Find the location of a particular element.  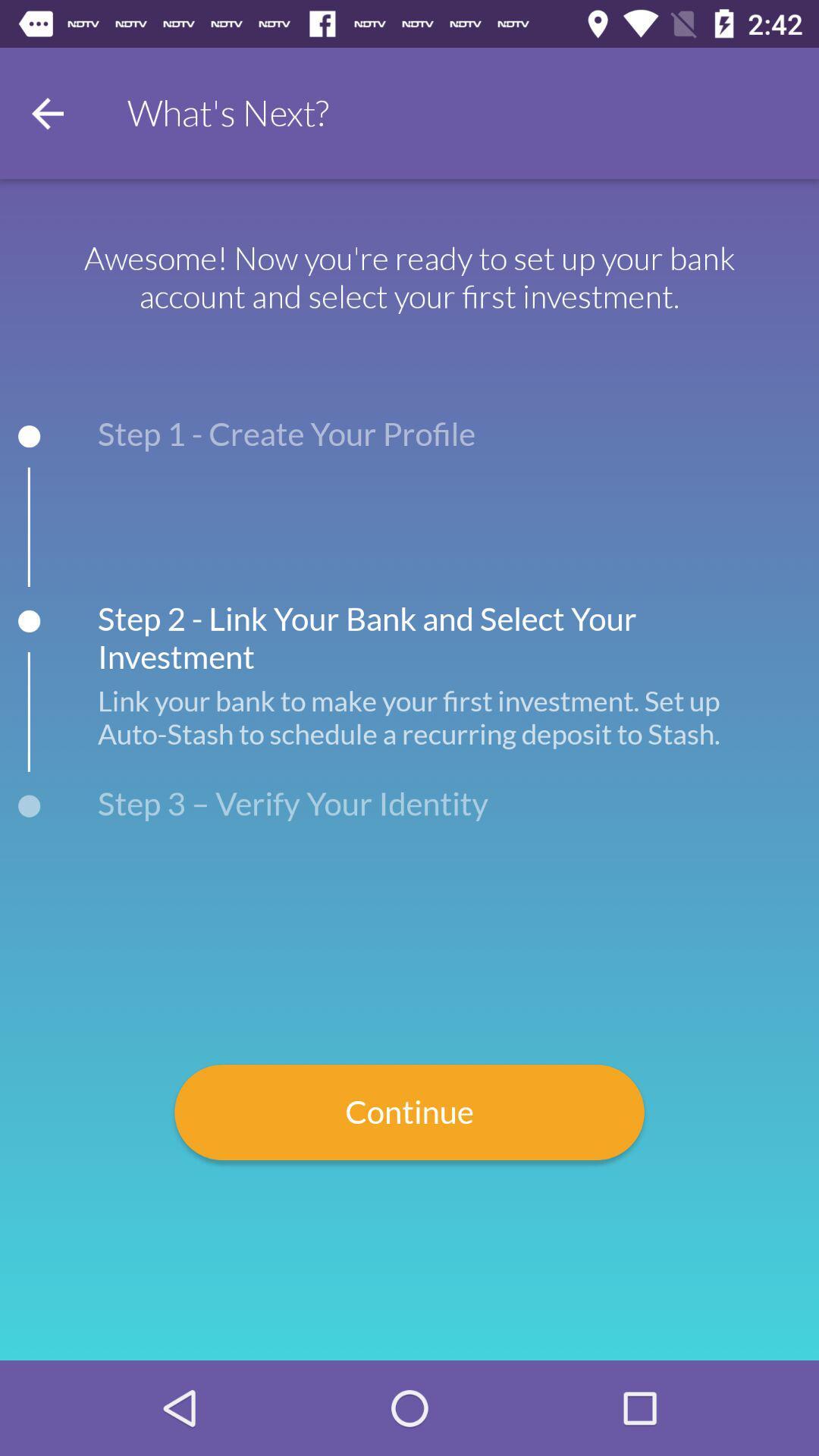

the arrow_backward icon is located at coordinates (46, 112).